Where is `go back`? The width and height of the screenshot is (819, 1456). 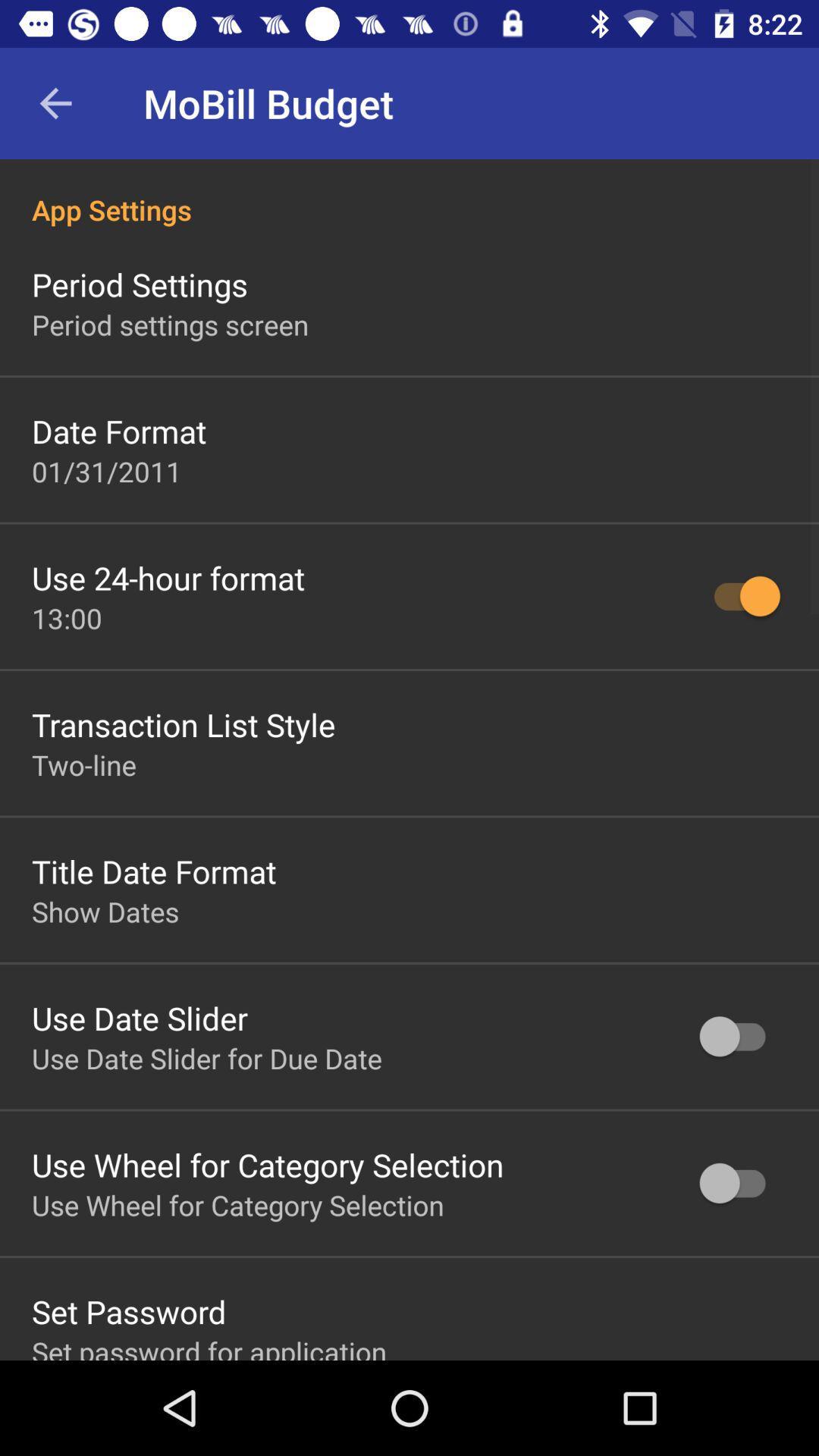 go back is located at coordinates (55, 102).